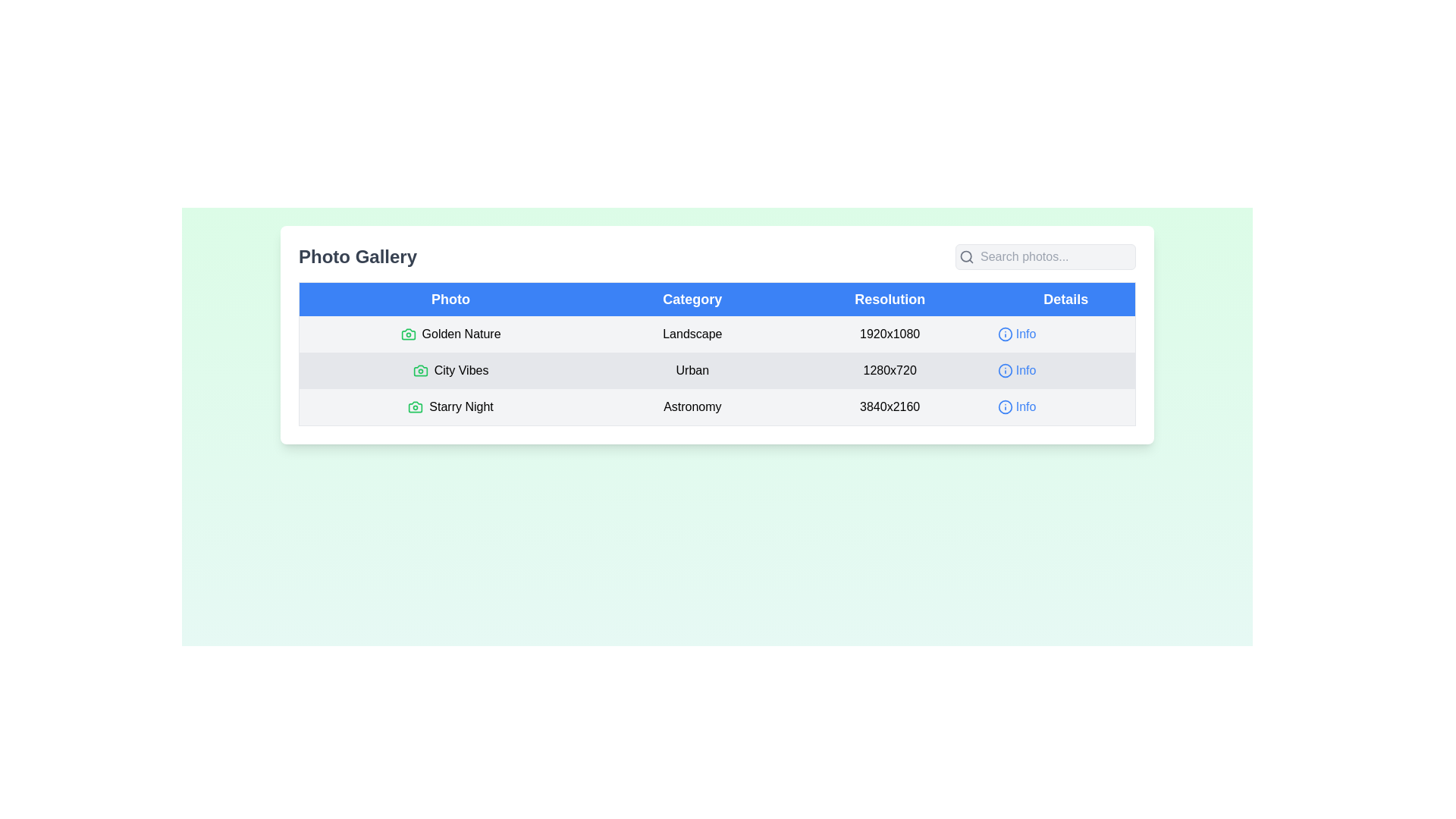  Describe the element at coordinates (1005, 371) in the screenshot. I see `the circle element that is part of the 'Info' icon located in the 'Details' column of the second row for the entry labeled 'City Vibes'` at that location.